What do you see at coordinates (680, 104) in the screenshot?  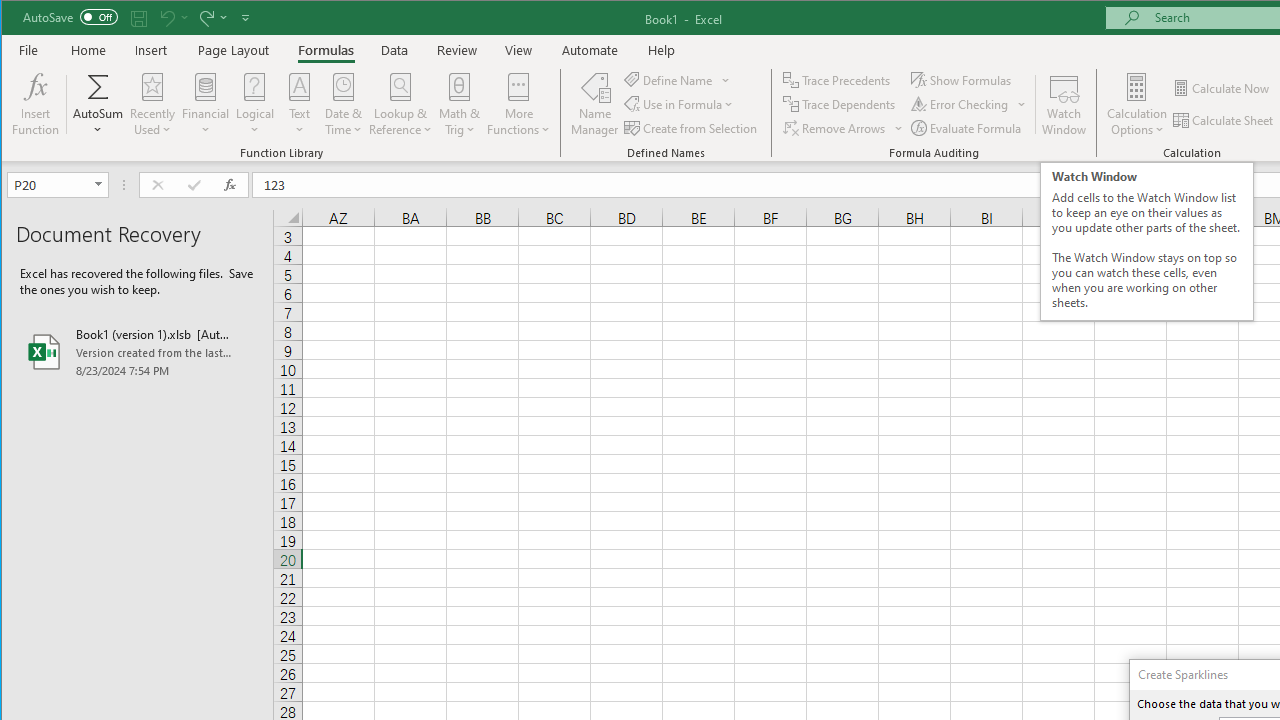 I see `'Use in Formula'` at bounding box center [680, 104].